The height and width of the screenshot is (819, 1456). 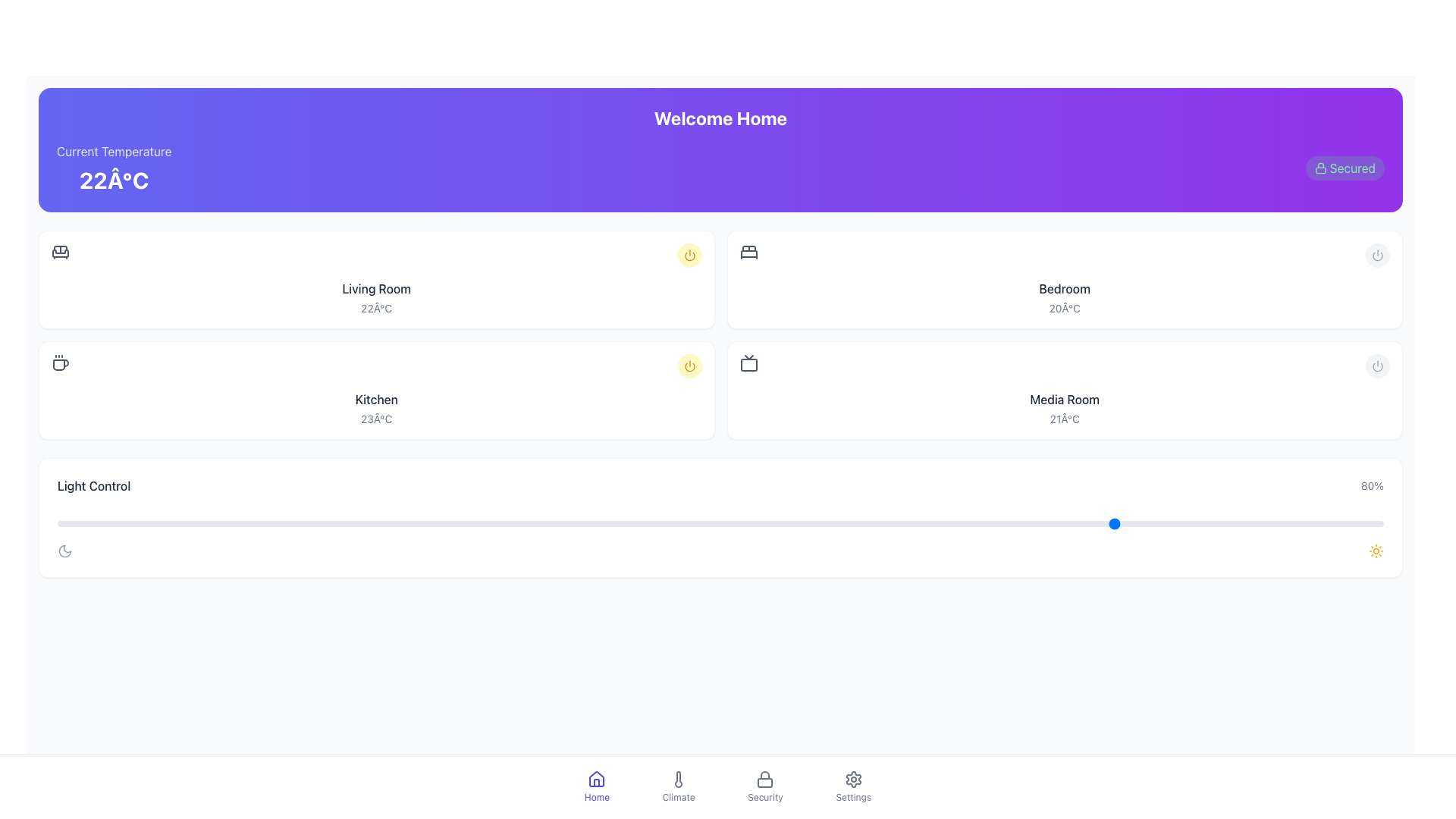 What do you see at coordinates (853, 780) in the screenshot?
I see `the cogwheel icon located in the bottom navigation bar, which is the fourth icon from the left` at bounding box center [853, 780].